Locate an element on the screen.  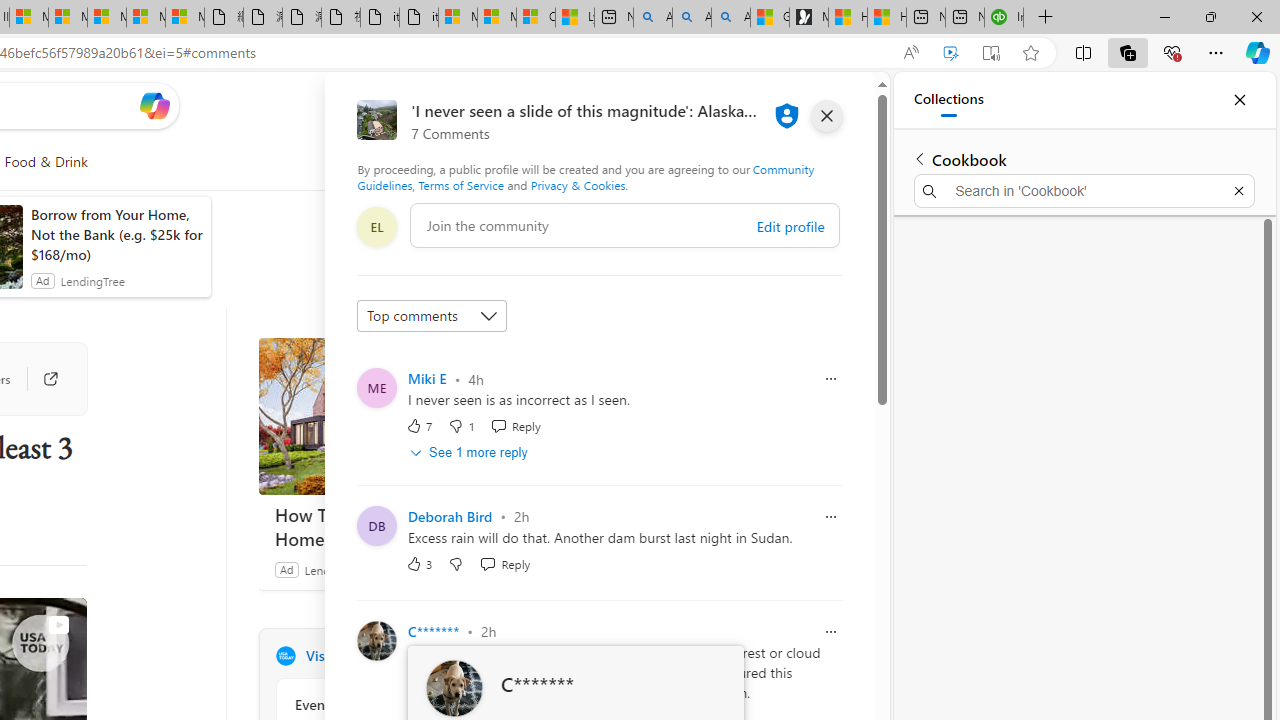
'Reply Reply Comment' is located at coordinates (505, 563).